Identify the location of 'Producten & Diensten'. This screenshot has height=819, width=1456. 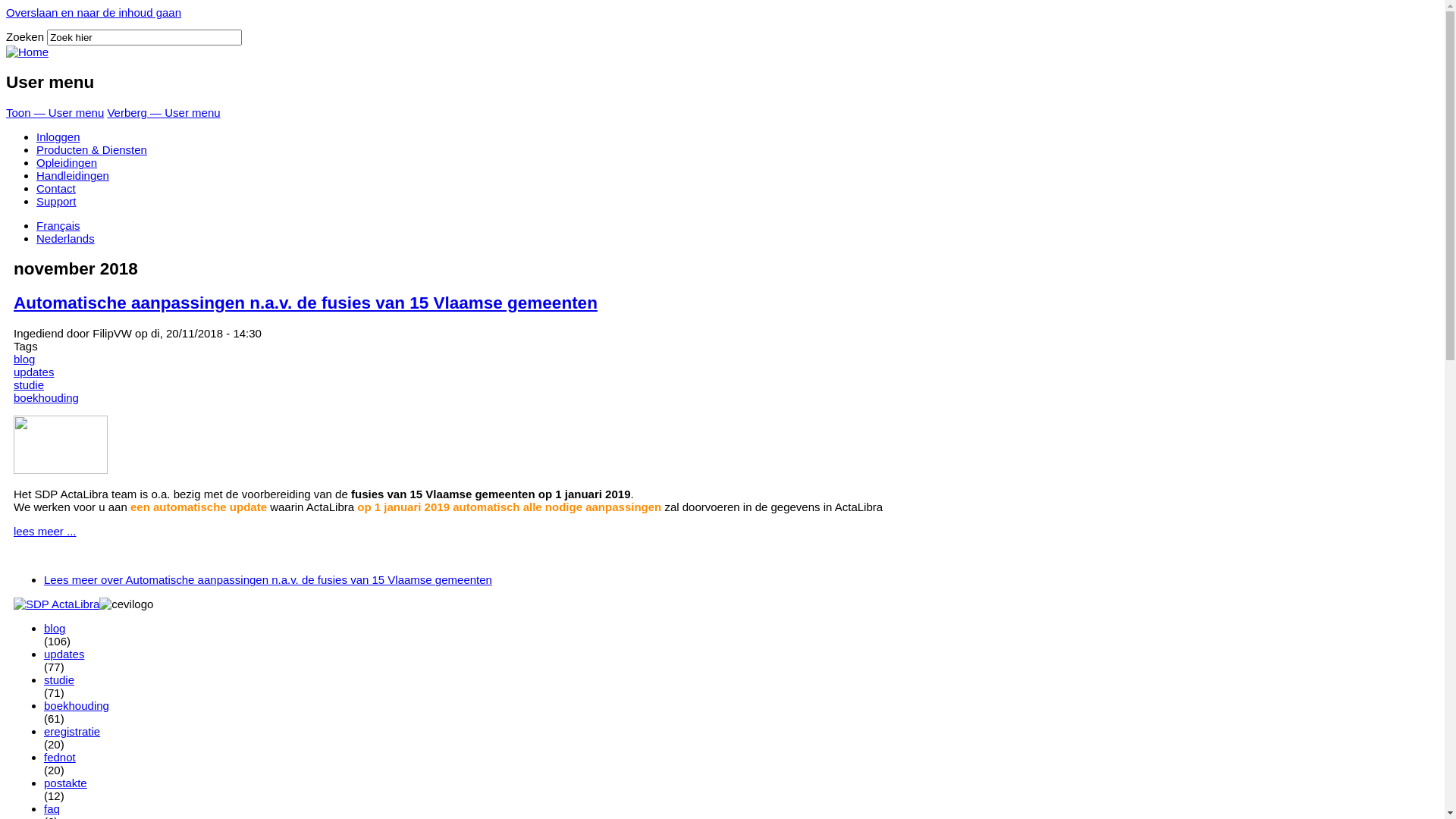
(90, 149).